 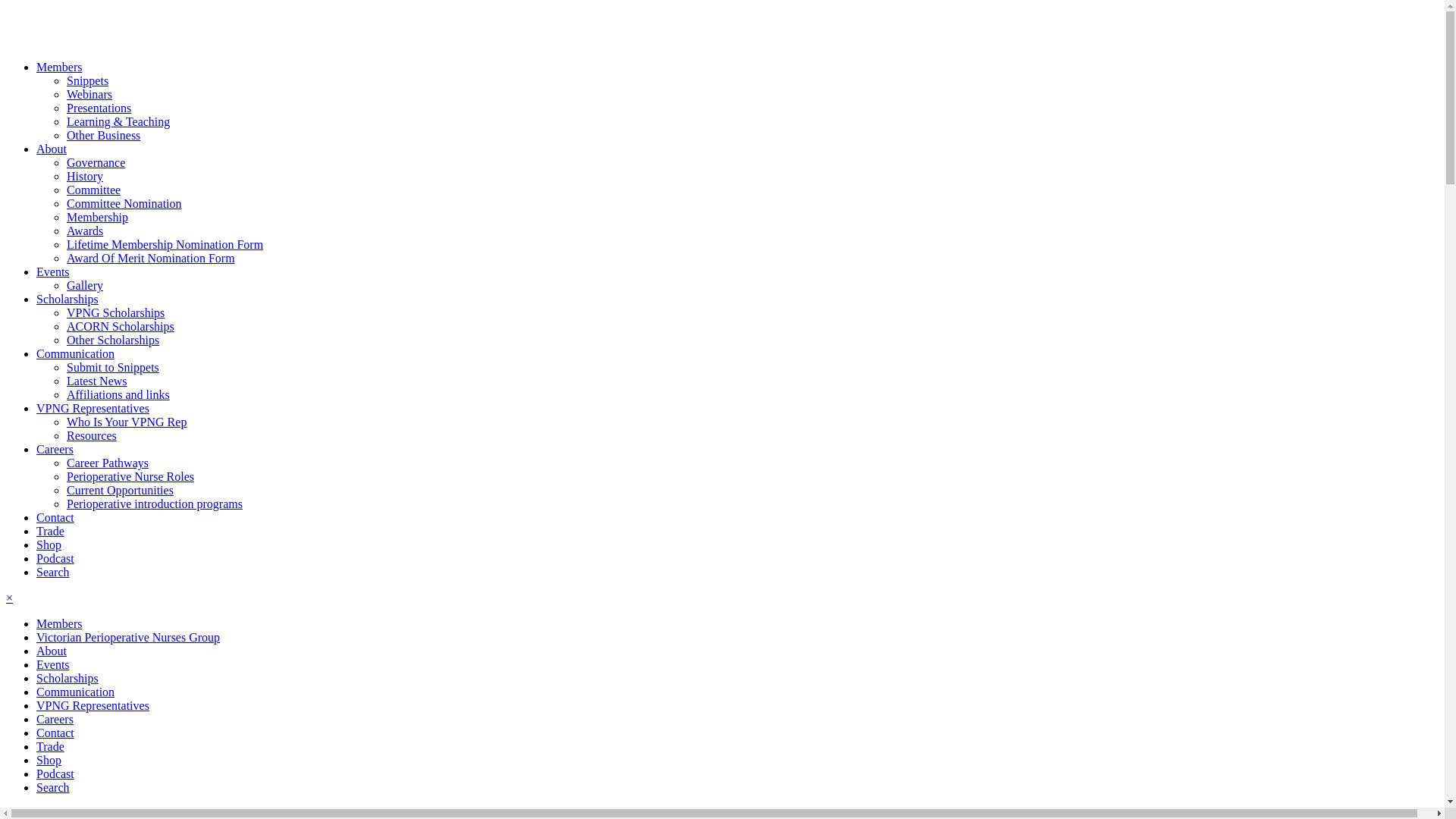 I want to click on 'Snippets', so click(x=86, y=80).